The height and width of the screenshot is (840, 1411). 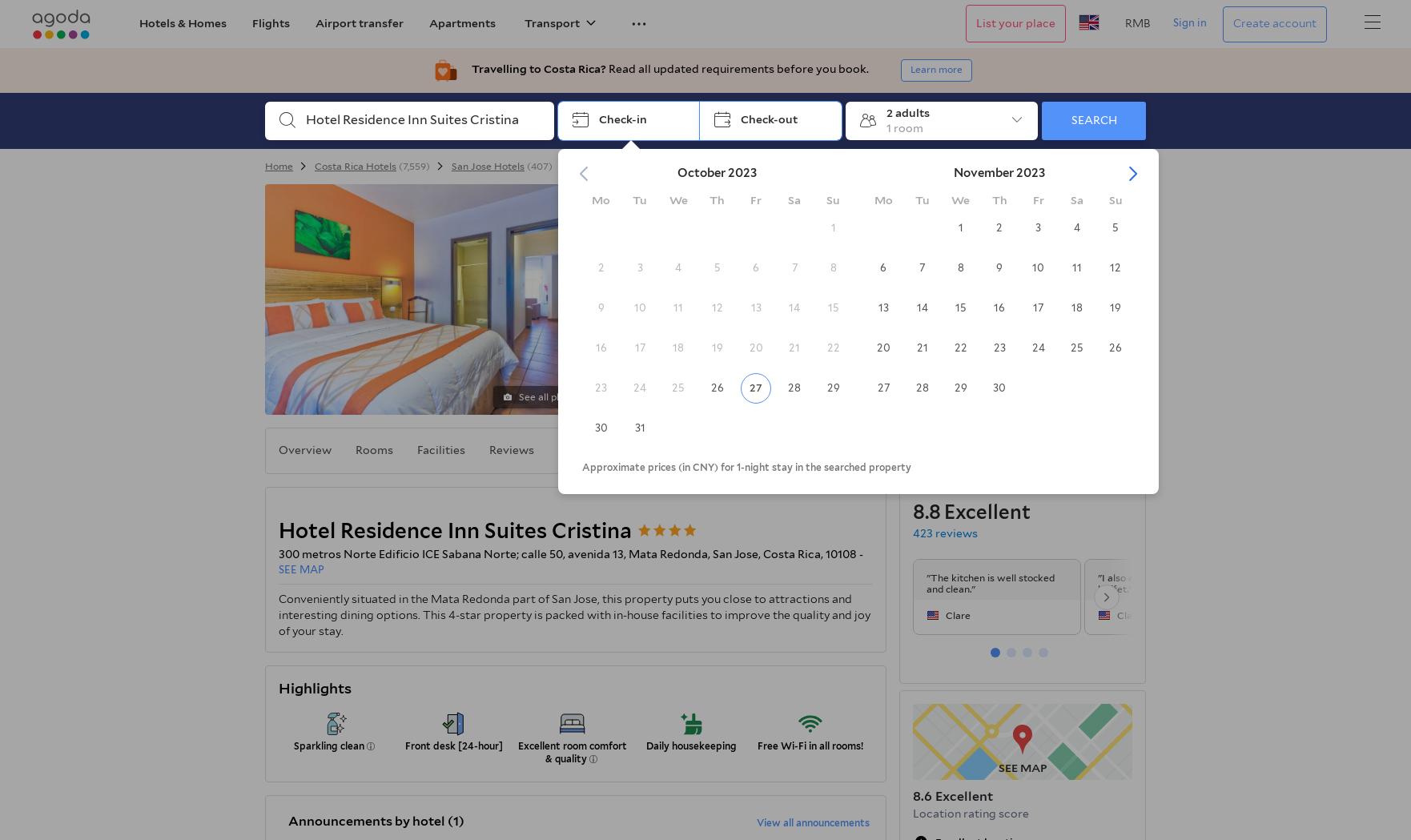 What do you see at coordinates (736, 68) in the screenshot?
I see `'Read all updated requirements before you book.'` at bounding box center [736, 68].